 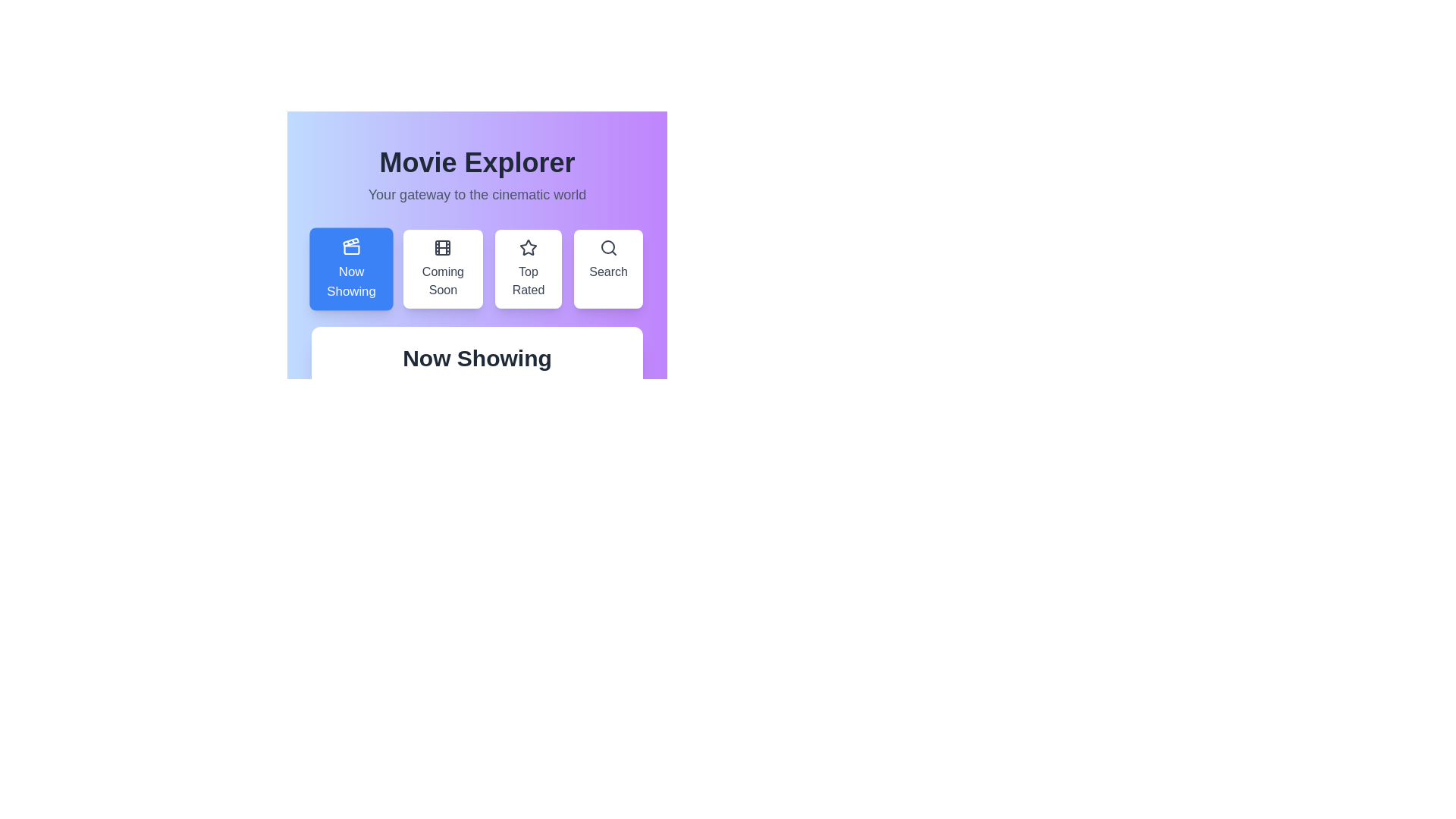 What do you see at coordinates (608, 268) in the screenshot?
I see `the tab labeled Search` at bounding box center [608, 268].